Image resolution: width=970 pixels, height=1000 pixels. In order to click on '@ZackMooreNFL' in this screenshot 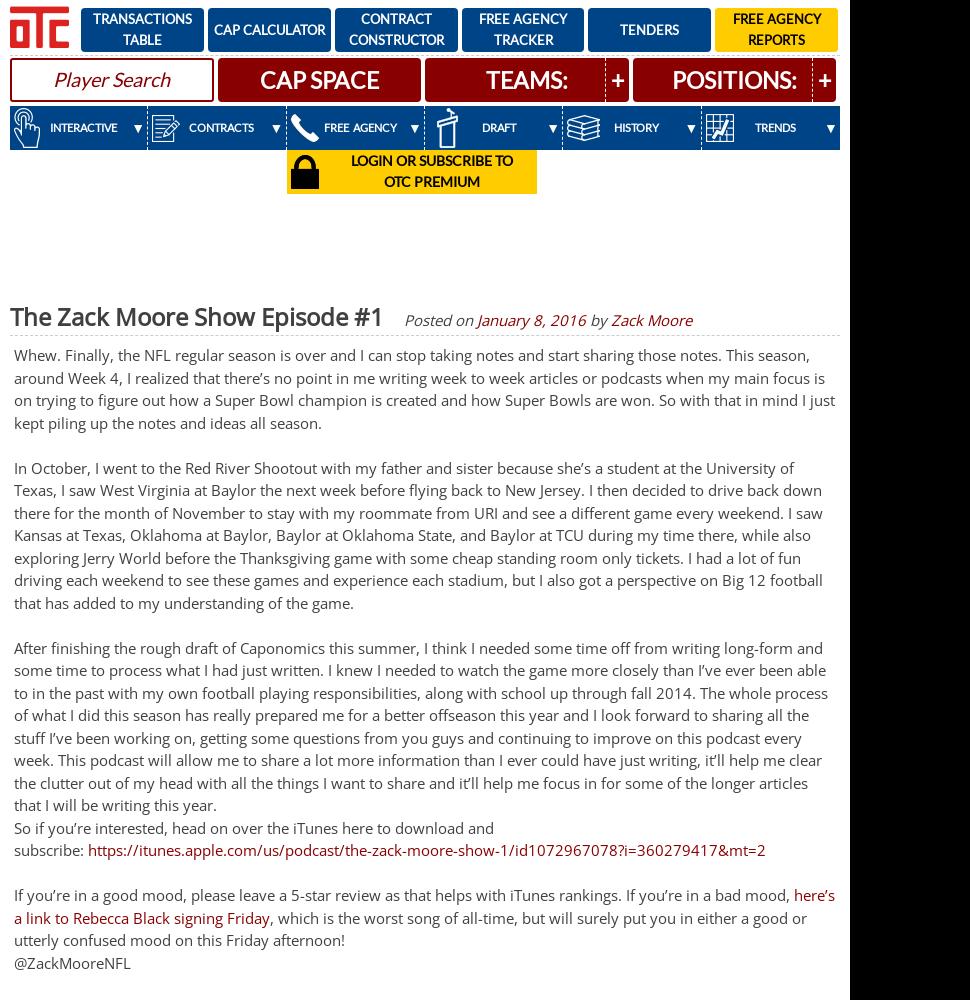, I will do `click(13, 961)`.